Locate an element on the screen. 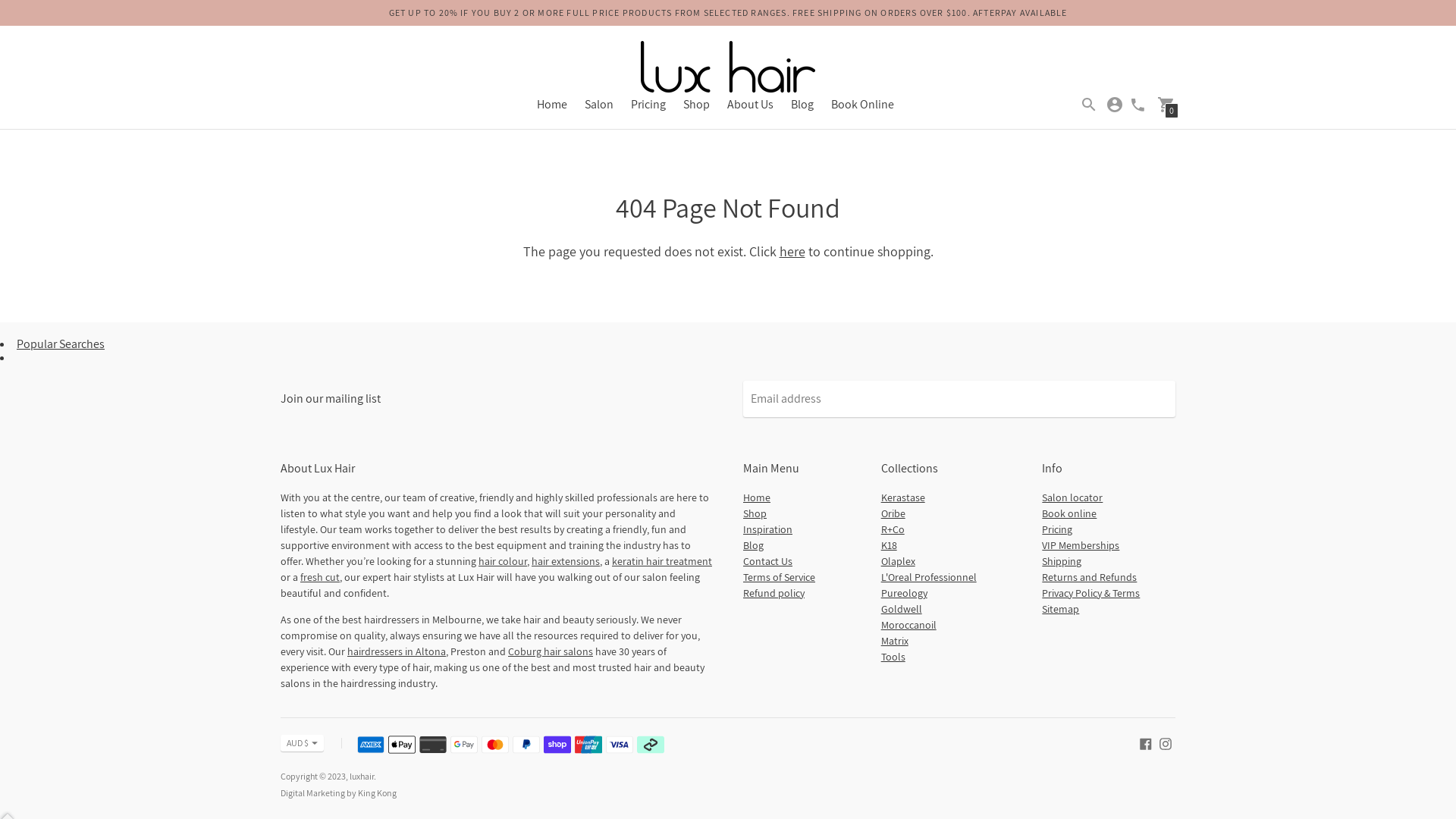 This screenshot has height=819, width=1456. 'Popular Searches' is located at coordinates (61, 344).